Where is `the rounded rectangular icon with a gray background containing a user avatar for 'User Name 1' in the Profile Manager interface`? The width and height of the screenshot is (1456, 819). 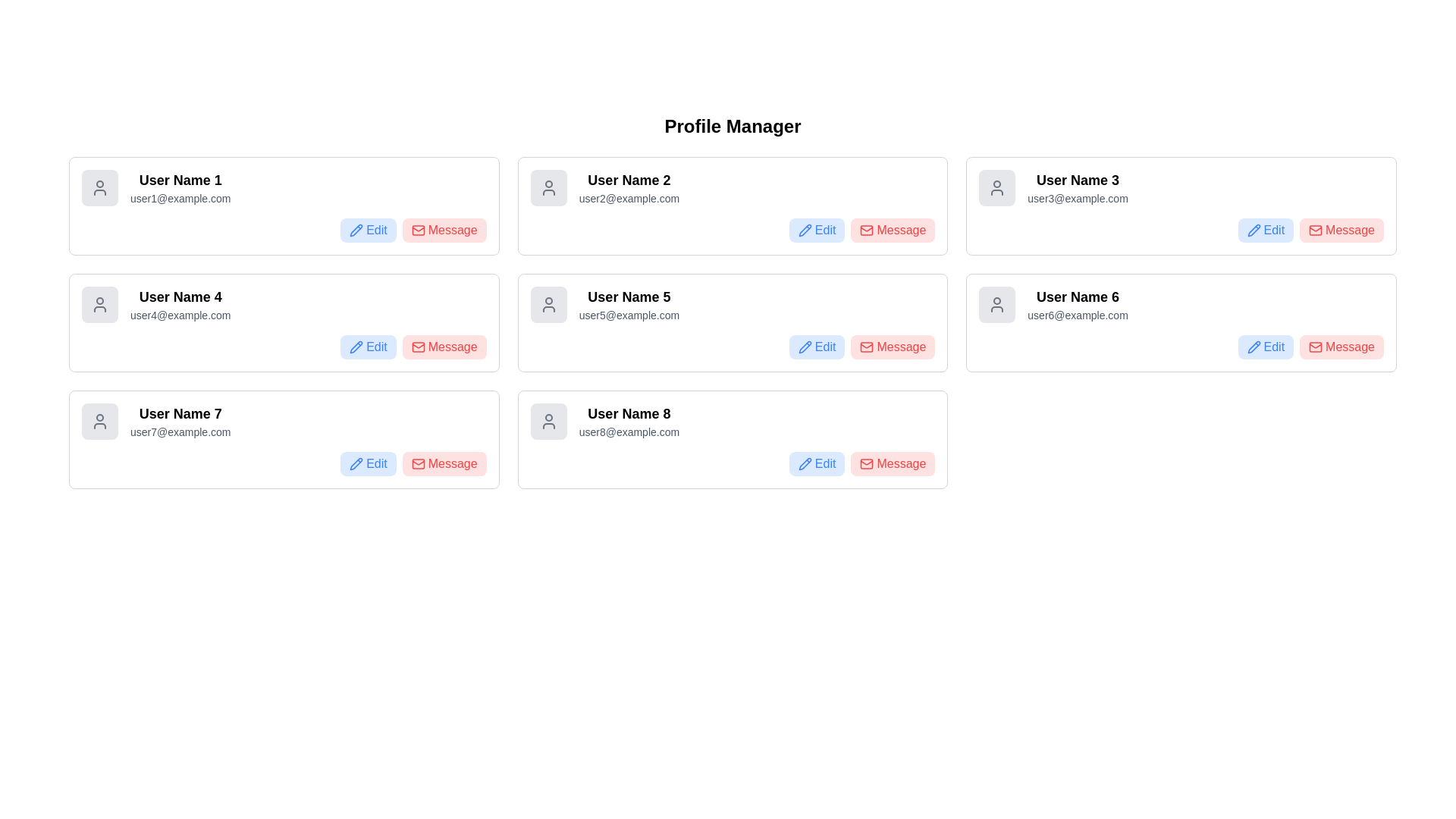 the rounded rectangular icon with a gray background containing a user avatar for 'User Name 1' in the Profile Manager interface is located at coordinates (99, 187).